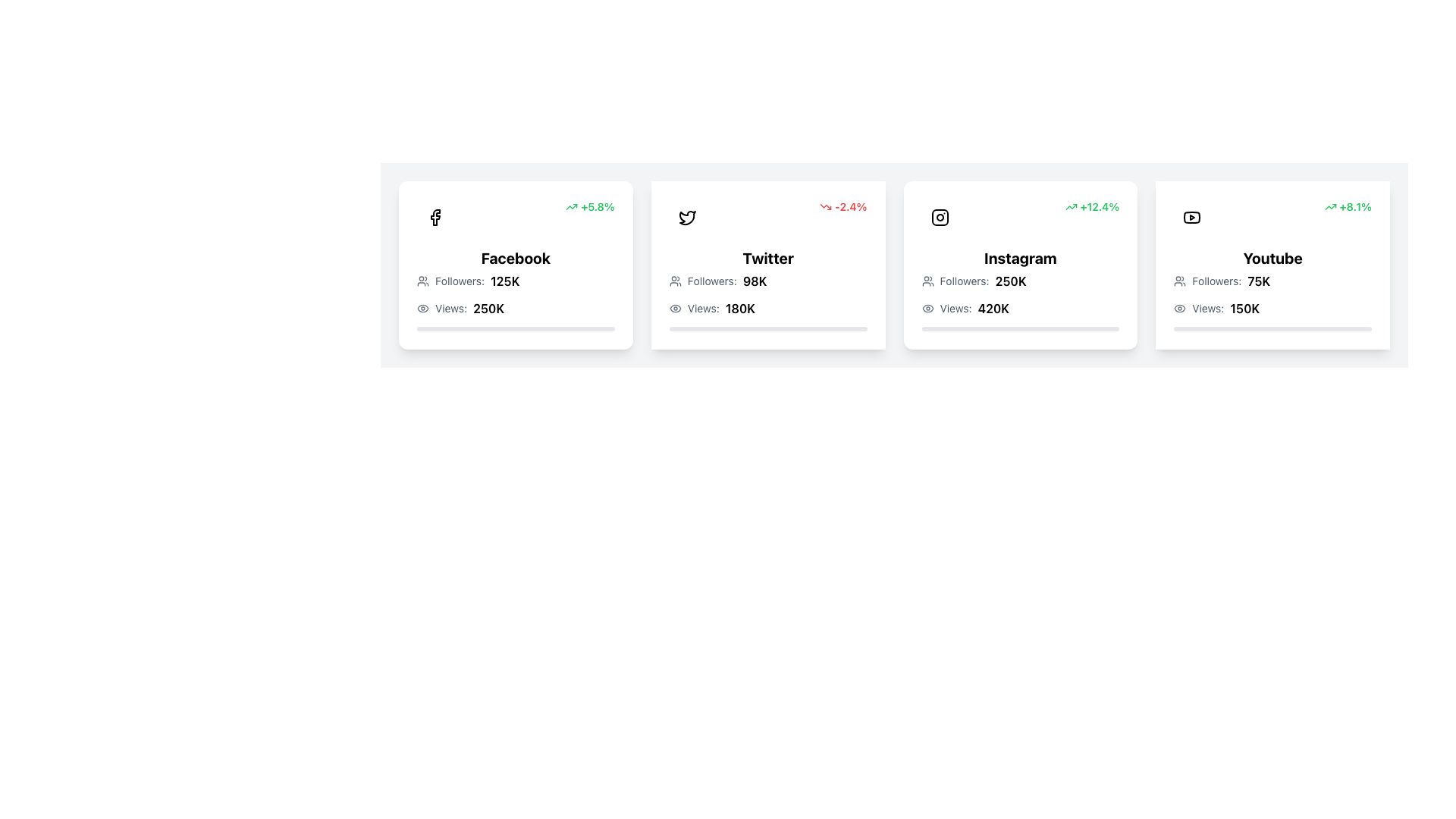 This screenshot has height=819, width=1456. What do you see at coordinates (711, 281) in the screenshot?
I see `the 'Followers:' label, which is a small gray text element positioned near a user icon and the number '98K' in the Twitter information display` at bounding box center [711, 281].